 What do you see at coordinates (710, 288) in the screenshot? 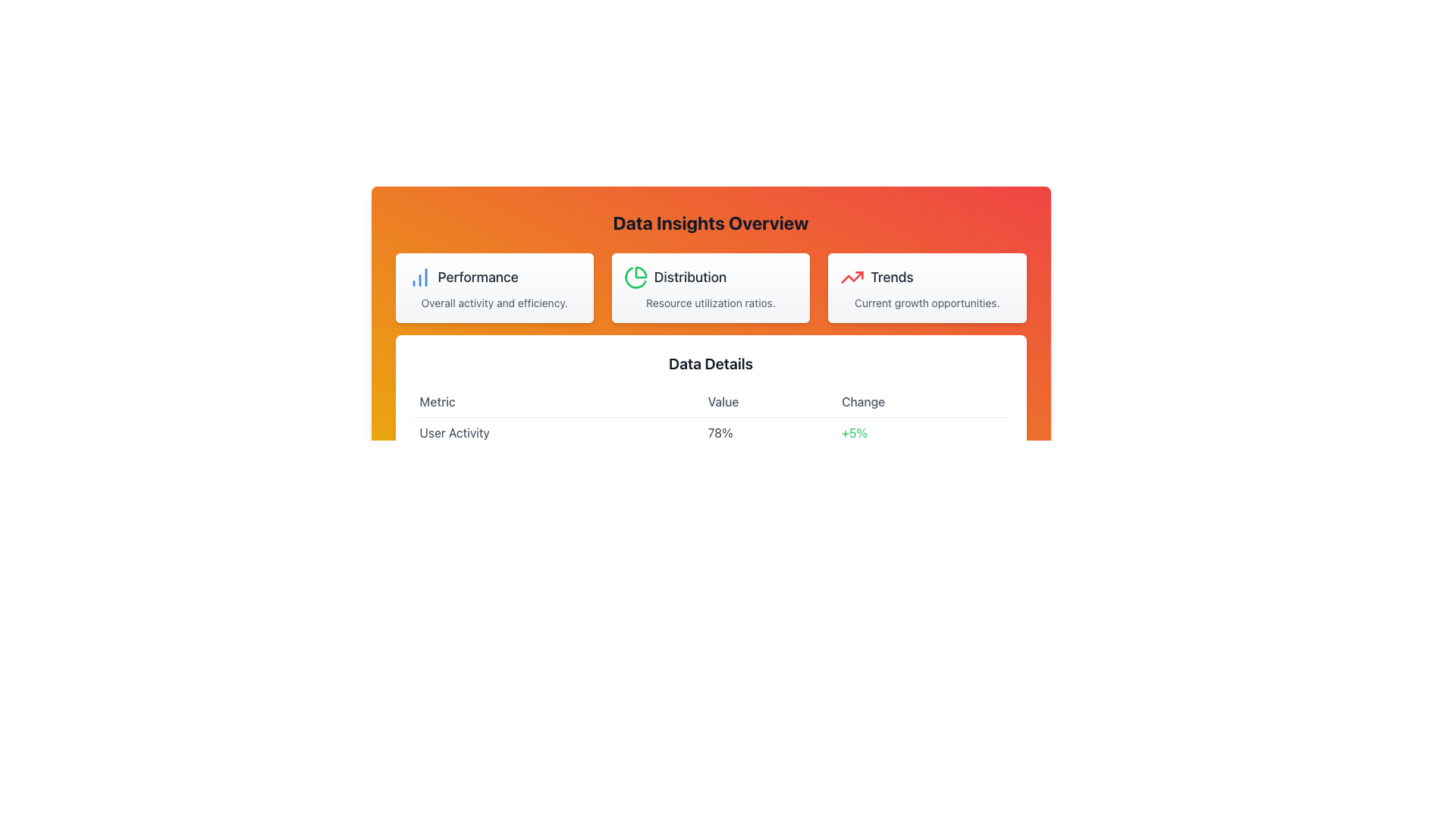
I see `the static informational card displaying 'Distribution' and its definition 'Resource utilization ratios.' within the grid layout, located between the 'Performance' and 'Trends' tiles` at bounding box center [710, 288].